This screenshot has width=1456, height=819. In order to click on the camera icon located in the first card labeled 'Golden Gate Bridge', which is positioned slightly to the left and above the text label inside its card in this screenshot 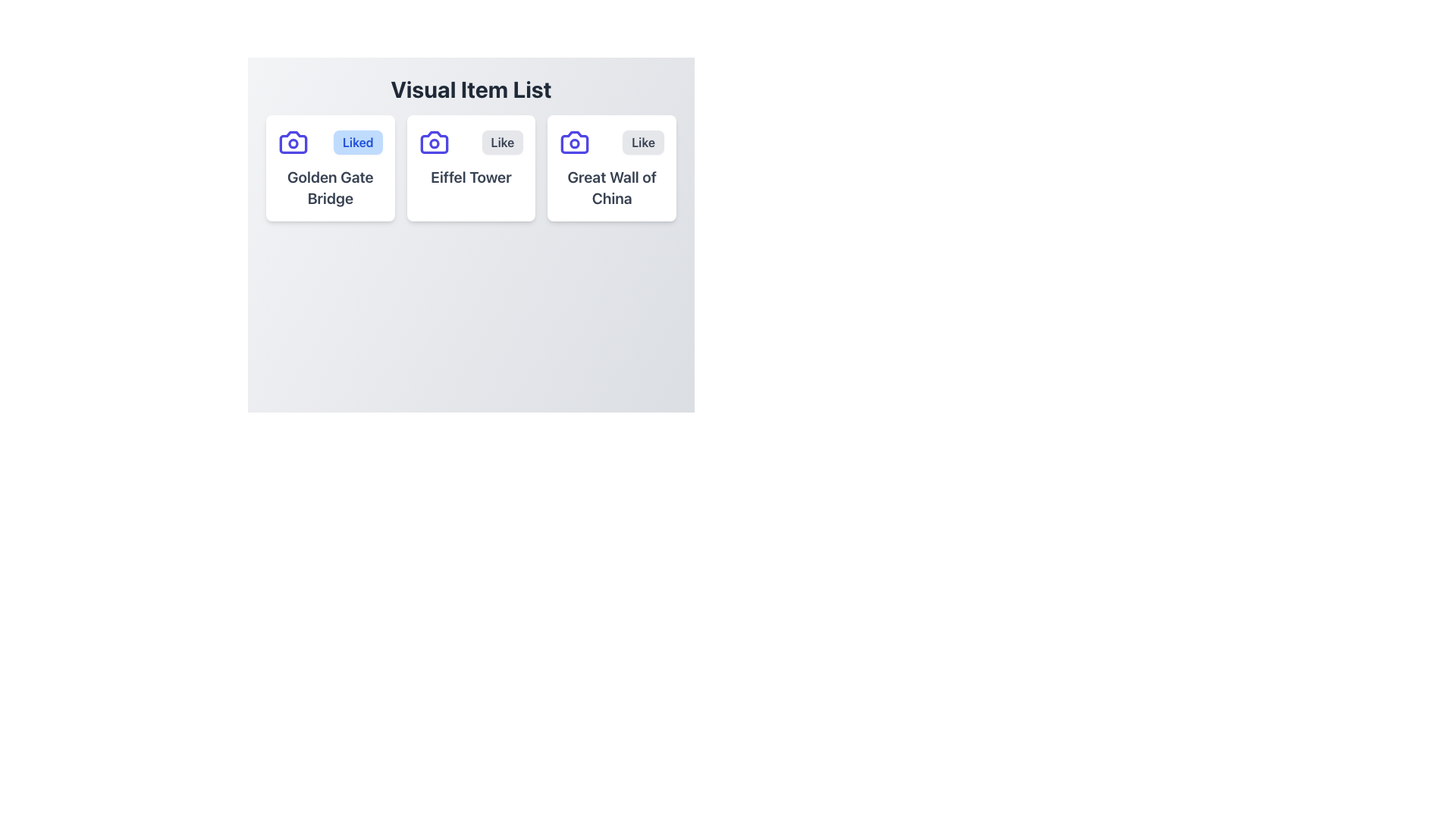, I will do `click(293, 143)`.